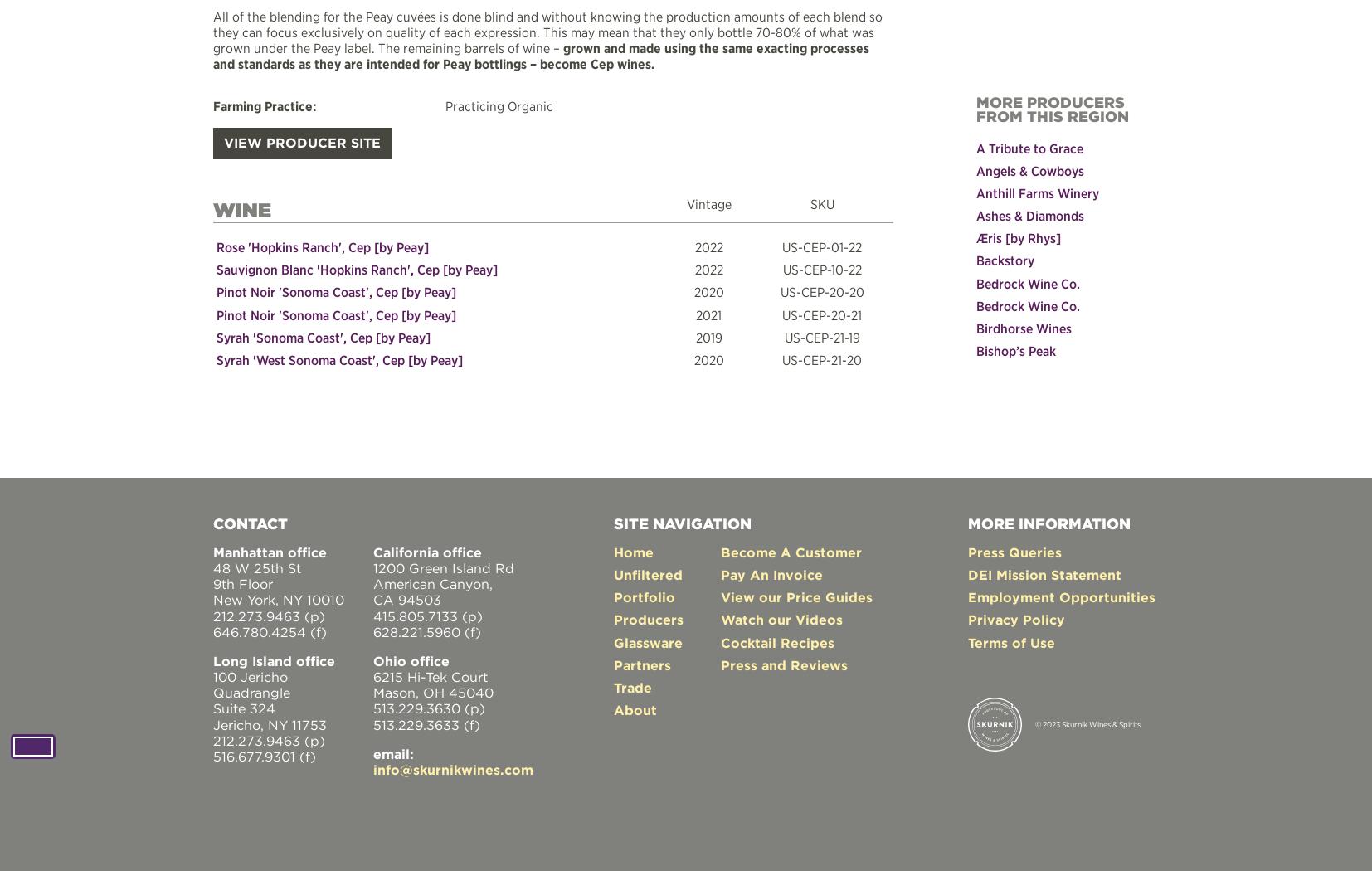  I want to click on '2021', so click(708, 314).